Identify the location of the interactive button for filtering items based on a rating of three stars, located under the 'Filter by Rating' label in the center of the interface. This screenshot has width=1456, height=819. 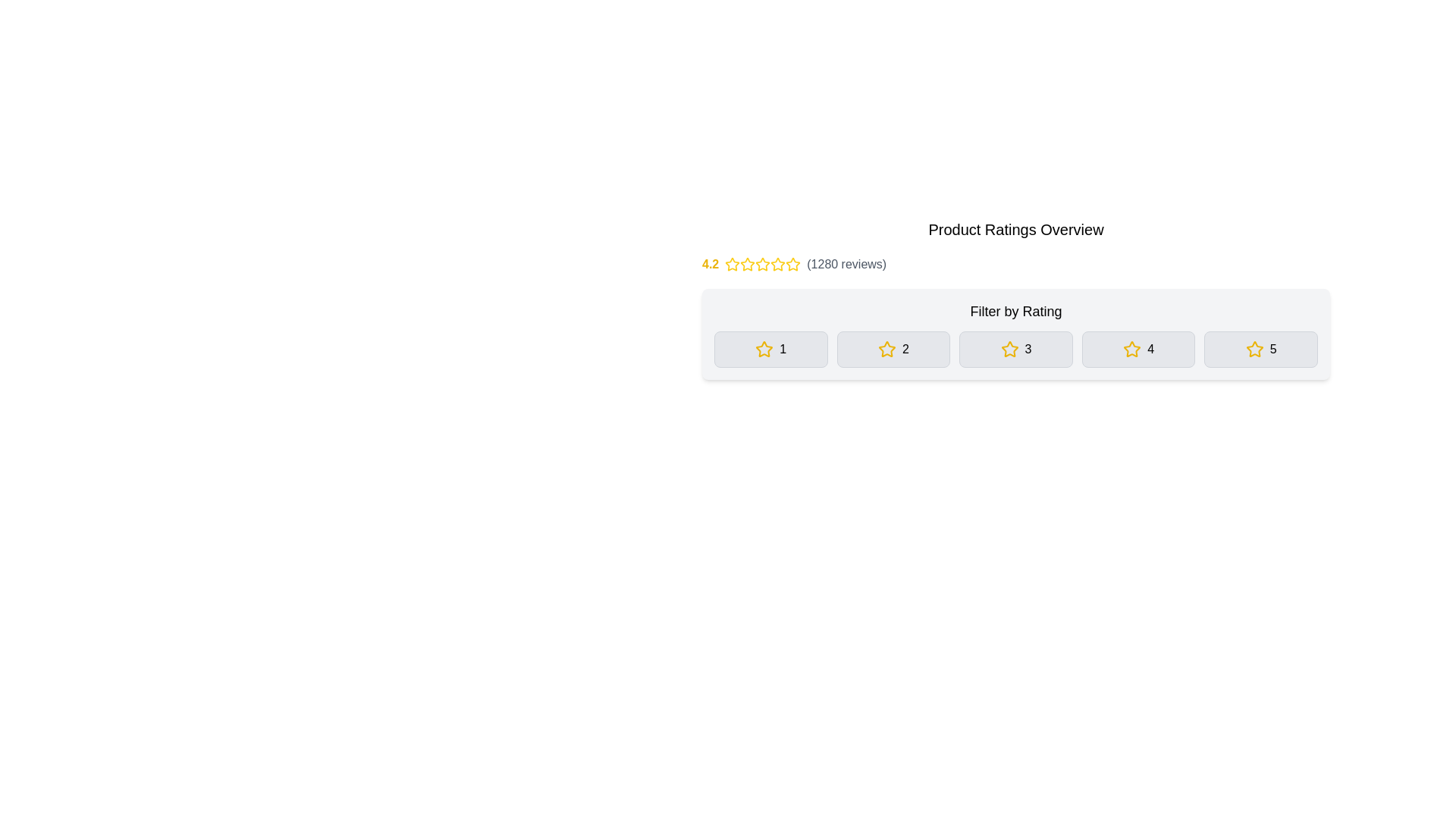
(1015, 350).